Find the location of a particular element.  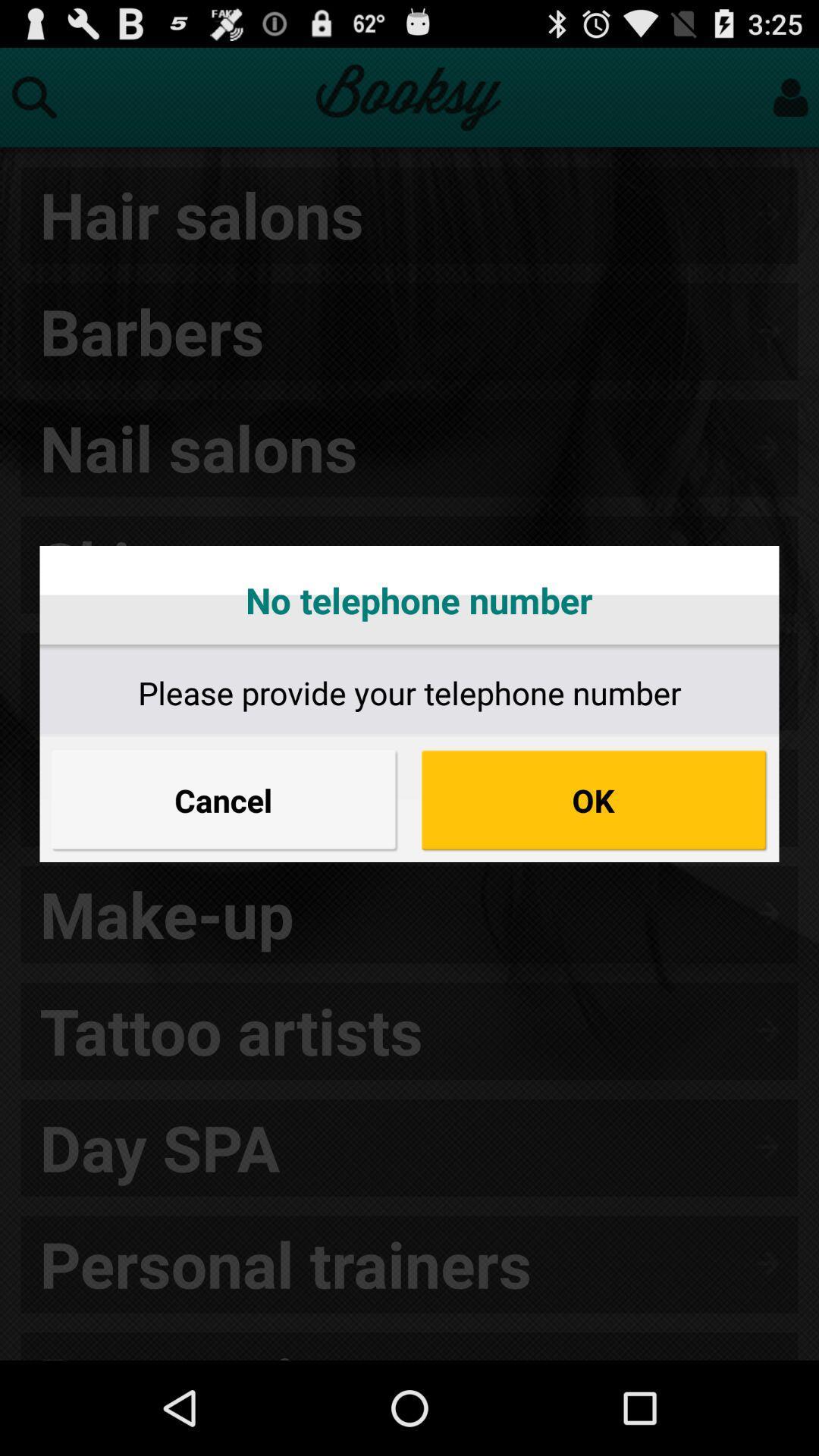

icon on the left is located at coordinates (224, 799).